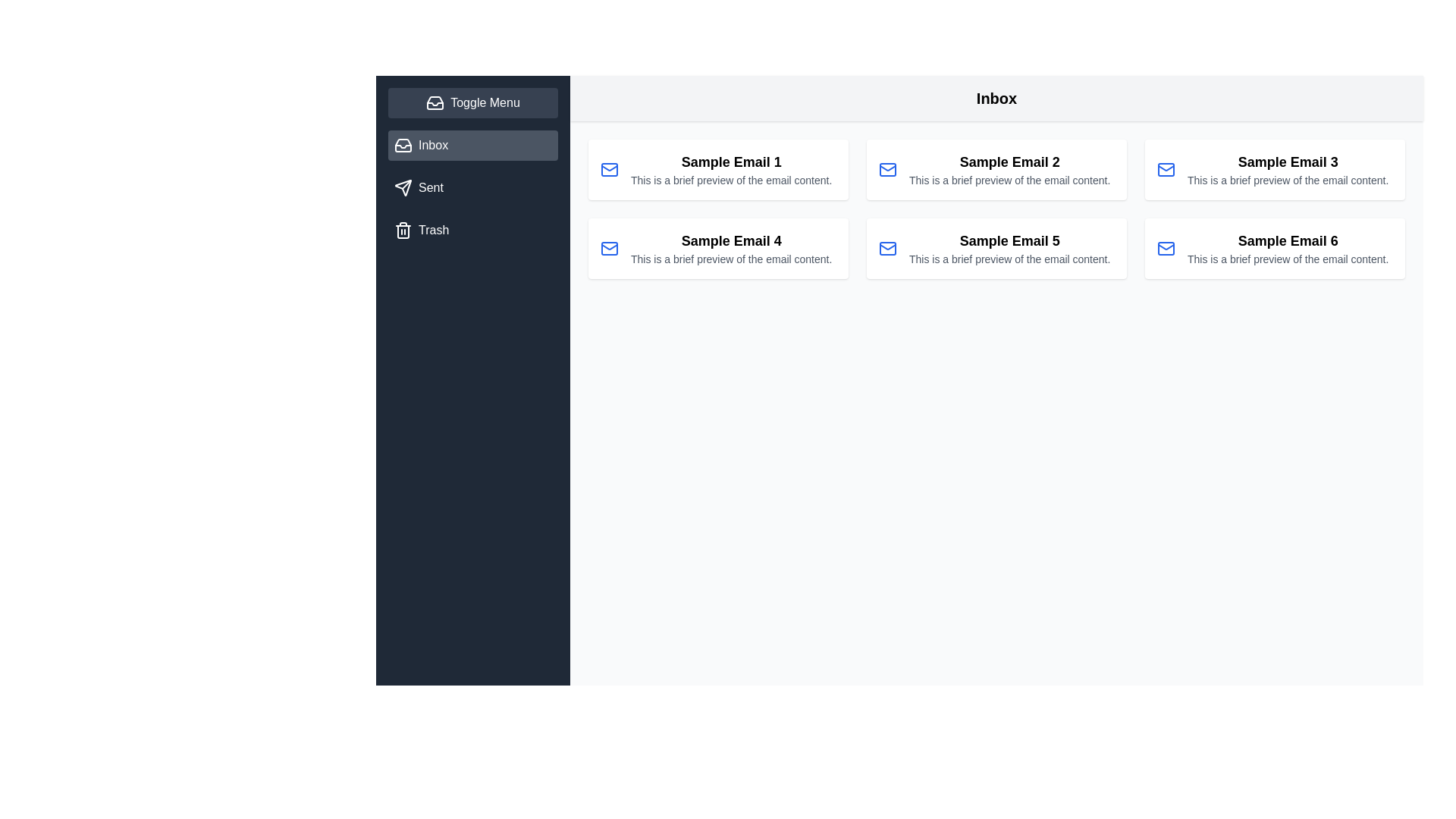 The width and height of the screenshot is (1456, 819). Describe the element at coordinates (1274, 169) in the screenshot. I see `the email card item located at the top-right corner of the grid layout` at that location.